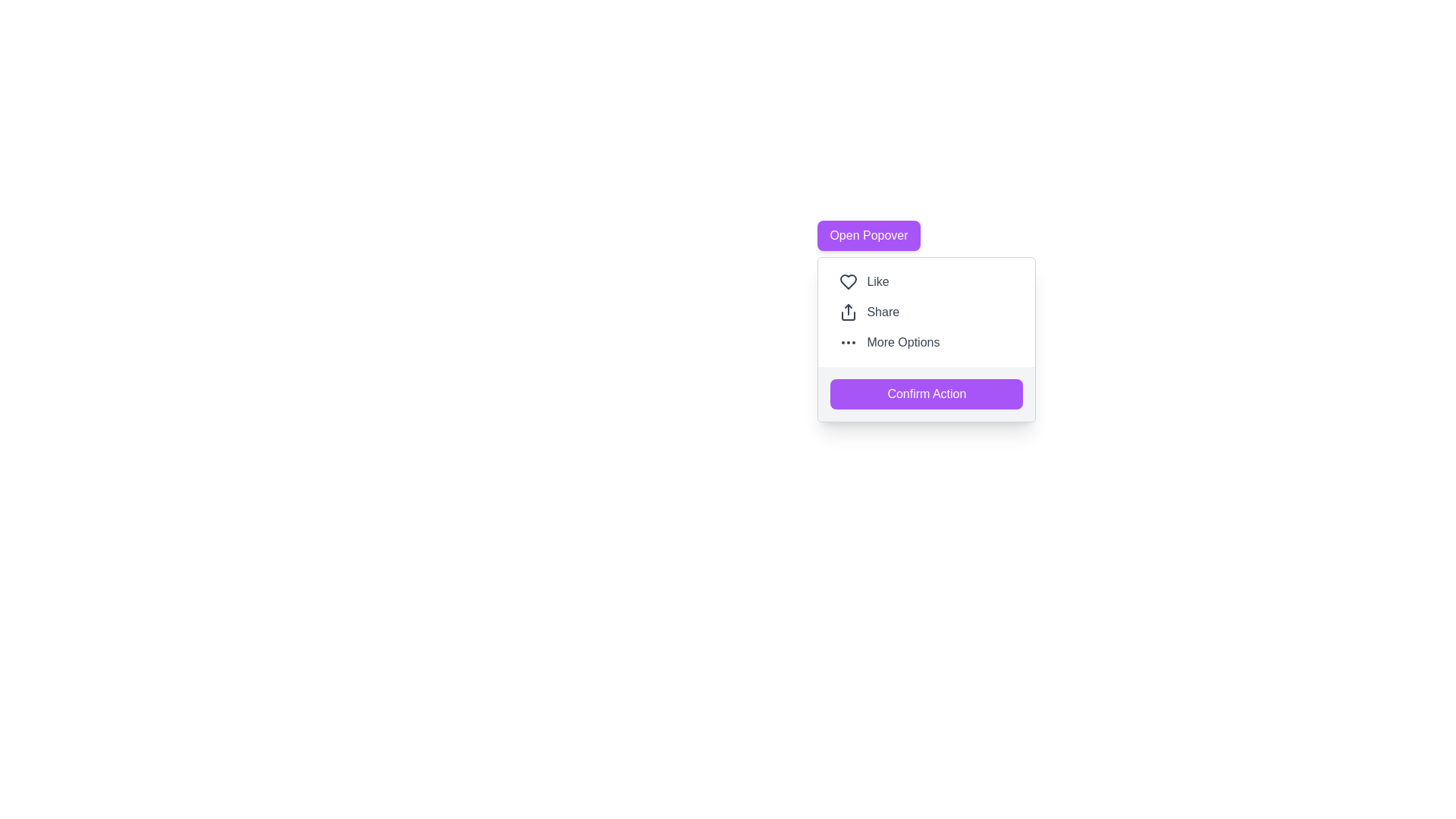 The image size is (1456, 819). Describe the element at coordinates (848, 342) in the screenshot. I see `the 'More Options' icon located in the middle right section of the options menu dropdown` at that location.